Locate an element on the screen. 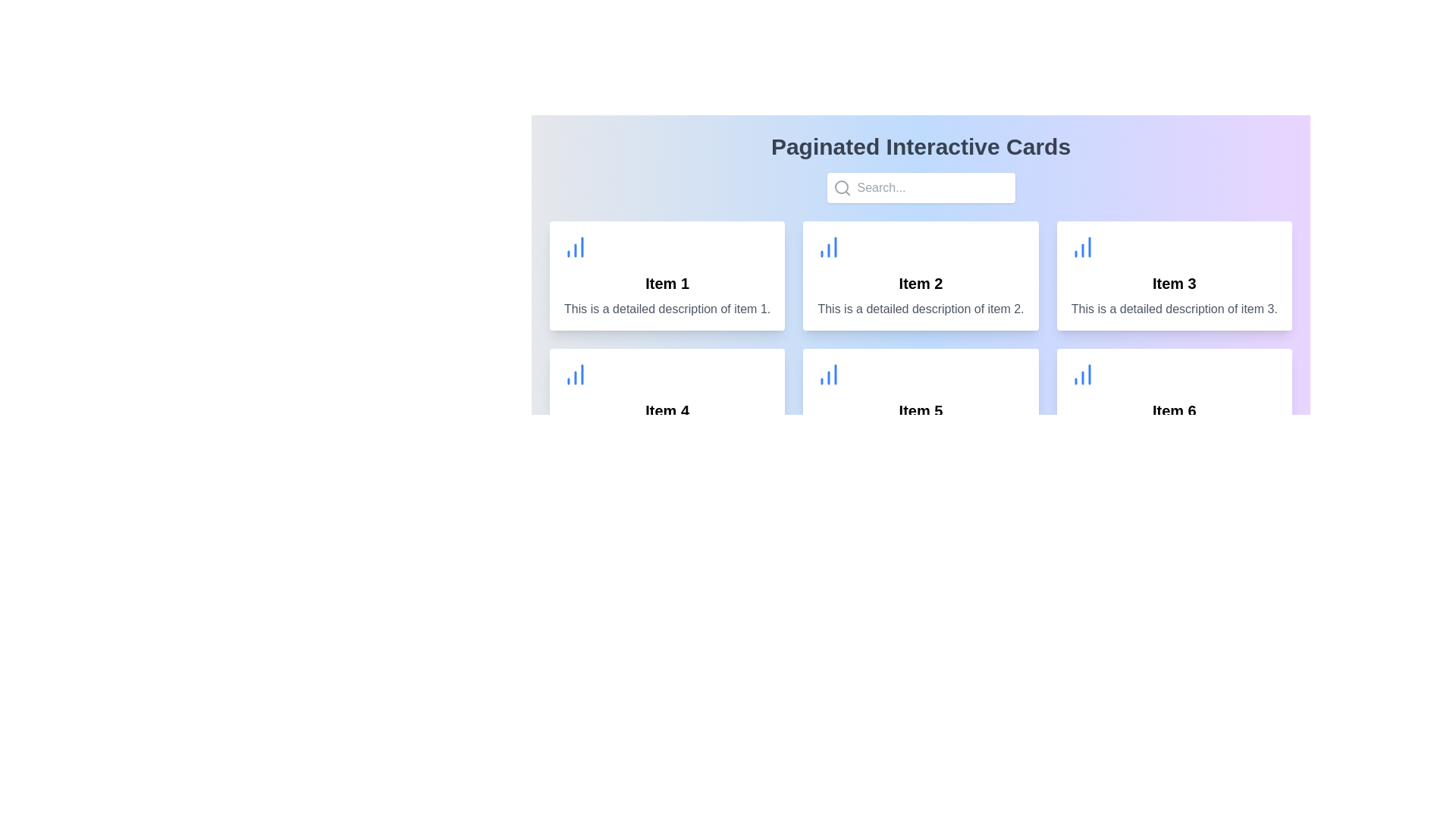 This screenshot has height=819, width=1456. the column chart icon located at the top-left corner of the first card, which contains the title 'Item 1' and a description of its content is located at coordinates (574, 246).